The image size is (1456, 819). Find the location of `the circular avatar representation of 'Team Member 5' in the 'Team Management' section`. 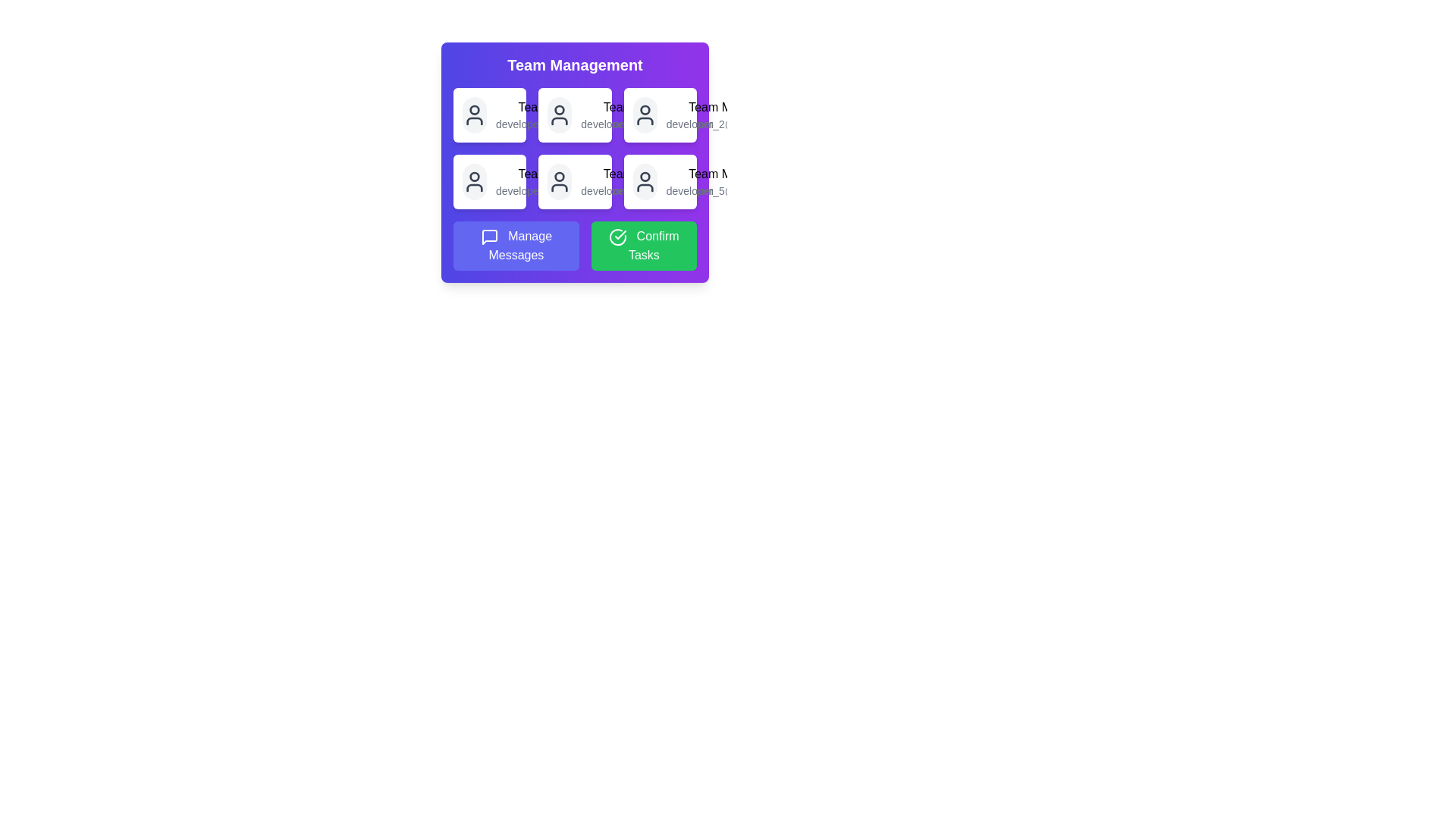

the circular avatar representation of 'Team Member 5' in the 'Team Management' section is located at coordinates (559, 180).